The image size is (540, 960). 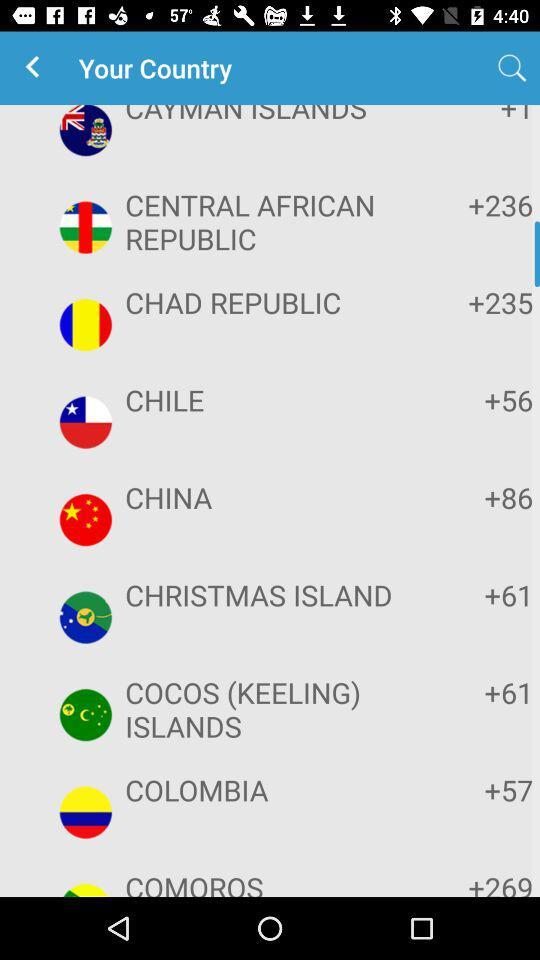 I want to click on the item below the chile, so click(x=471, y=496).